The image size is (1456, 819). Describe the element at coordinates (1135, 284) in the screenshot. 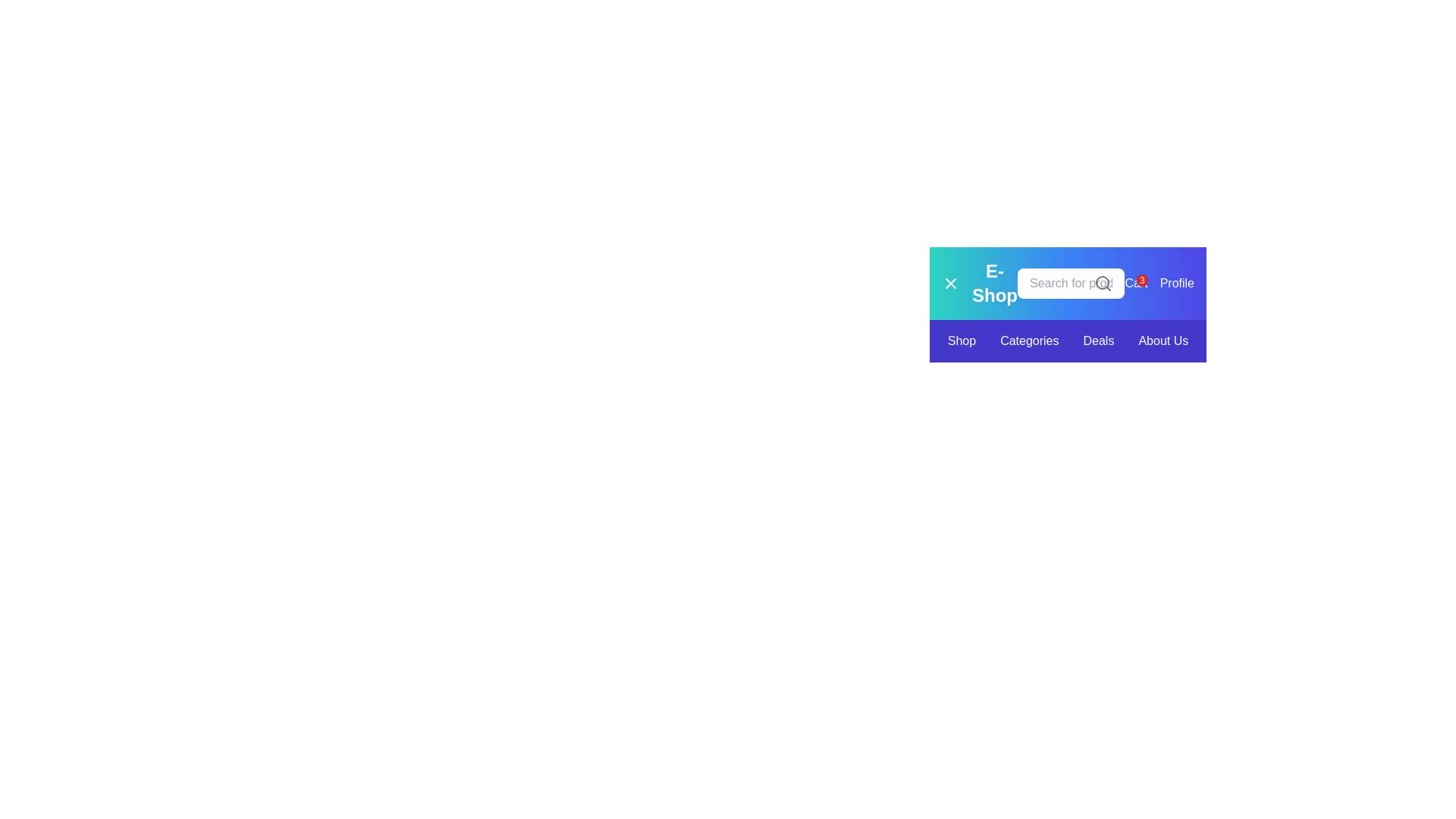

I see `the interactive text link with a notification badge in the upper-right corner to visit the cart` at that location.